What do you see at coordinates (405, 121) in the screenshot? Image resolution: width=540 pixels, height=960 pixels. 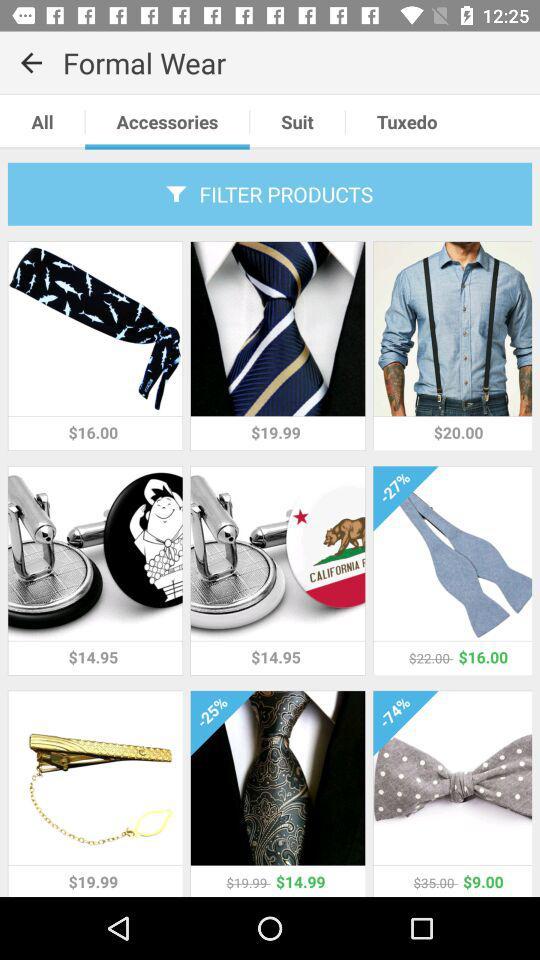 I see `tuxedo` at bounding box center [405, 121].